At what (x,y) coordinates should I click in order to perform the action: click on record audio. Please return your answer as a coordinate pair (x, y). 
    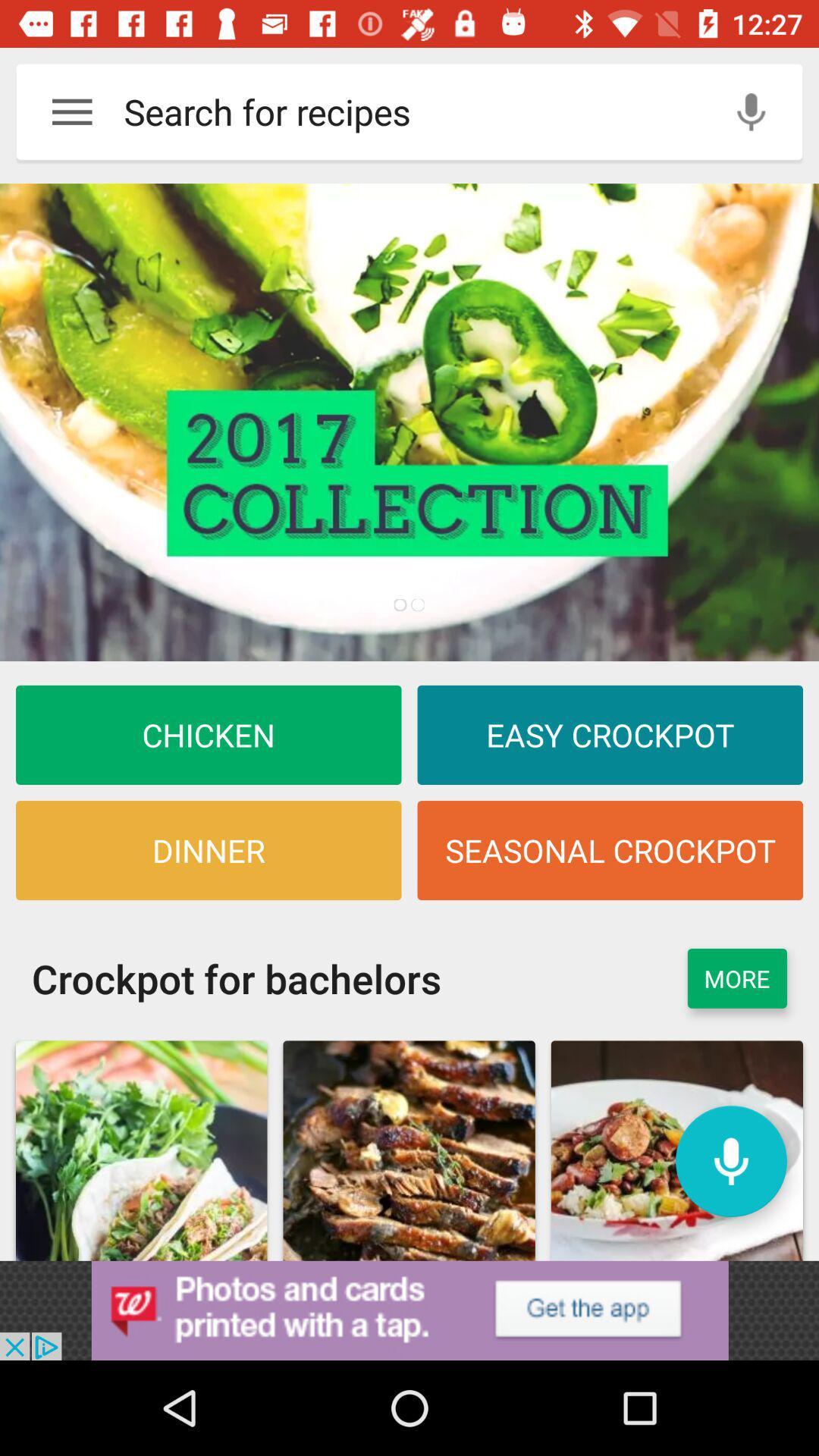
    Looking at the image, I should click on (751, 111).